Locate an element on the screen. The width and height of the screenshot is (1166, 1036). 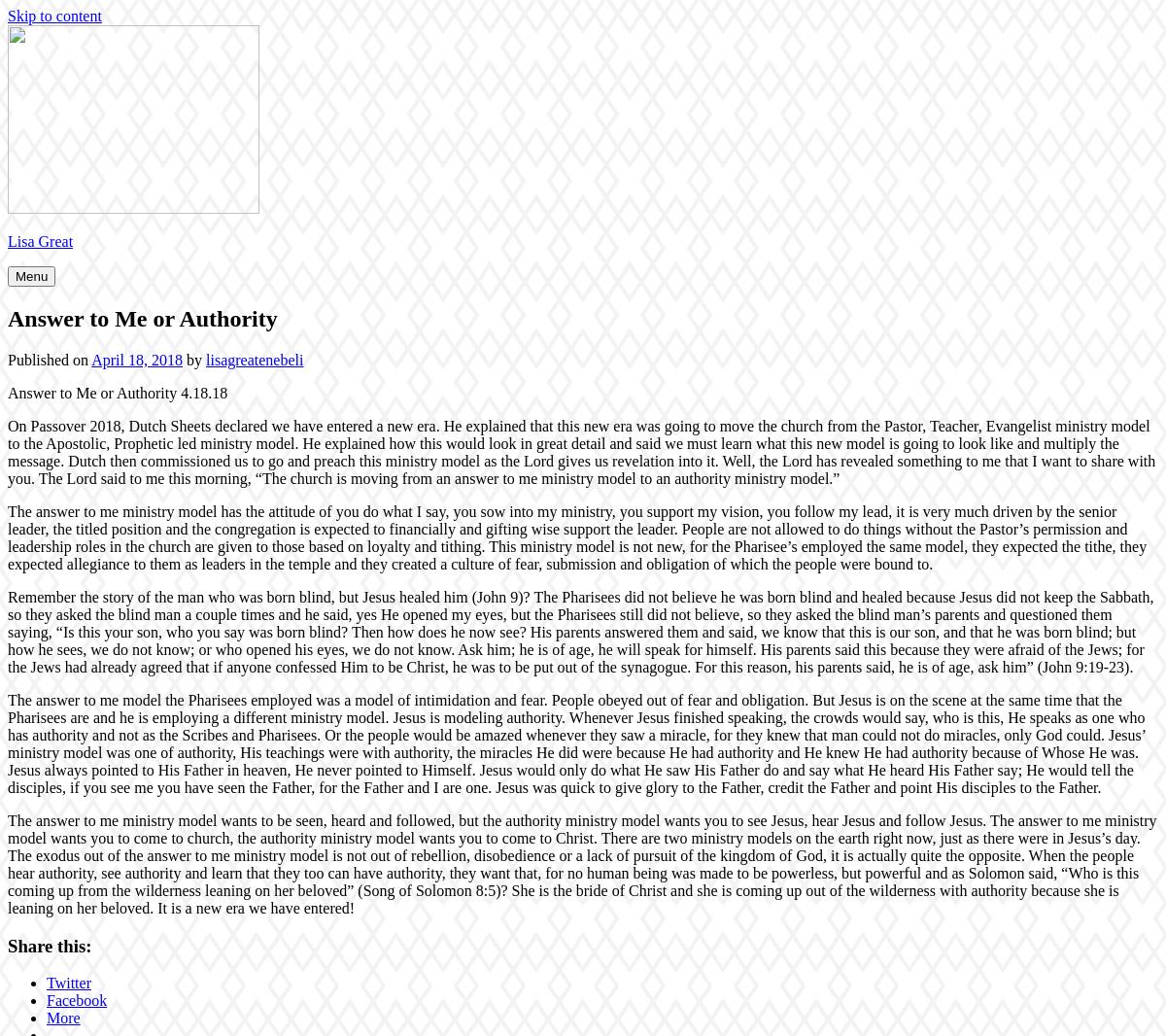
'Remember the story of the man who was born blind, but Jesus healed him (John 9)? The Pharisees did not believe he was born blind and healed because Jesus did not keep the Sabbath, so they asked the blind man a couple times and he said, yes He opened my eyes, but the Pharisees still did not believe, so they asked the blind man’s parents and questioned them saying, “Is this your son, who you say was born blind? Then how does he now see? His parents answered them and said, we know that this is our son, and that he was born blind; but how he sees, we do not know; or who opened his eyes, we do not know. Ask him; he is of age, he will speak for himself. His parents said this because they were afraid of the Jews; for the Jews had already agreed that if anyone confessed Him to be Christ, he was to be put out of the synagogue. For this reason, his parents said, he is of age, ask him” (John 9:19-23).' is located at coordinates (579, 630).